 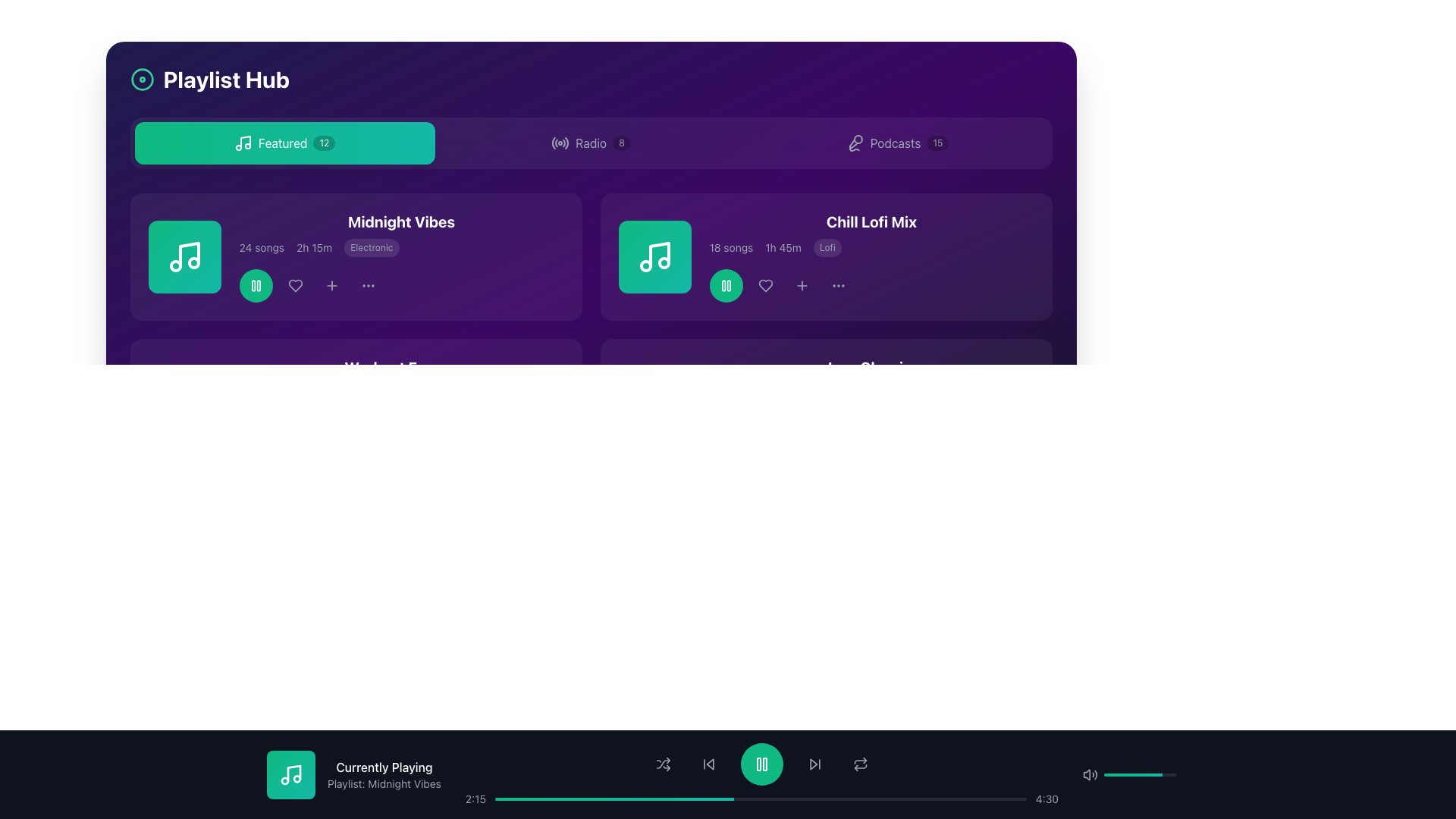 I want to click on the Playlist card located in the top-left quadrant of the grid layout, so click(x=355, y=256).